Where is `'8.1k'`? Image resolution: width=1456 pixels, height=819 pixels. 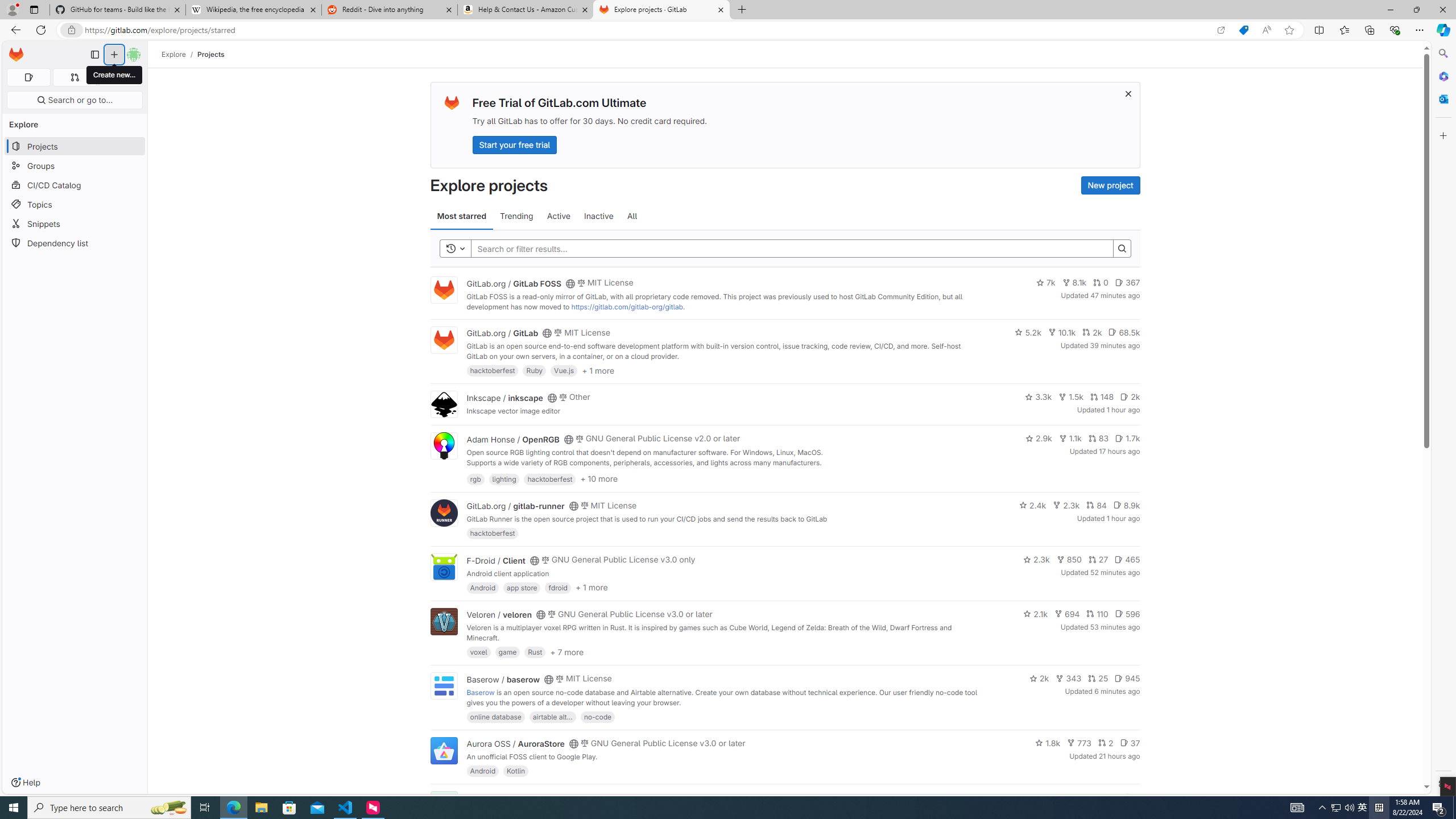
'8.1k' is located at coordinates (1073, 283).